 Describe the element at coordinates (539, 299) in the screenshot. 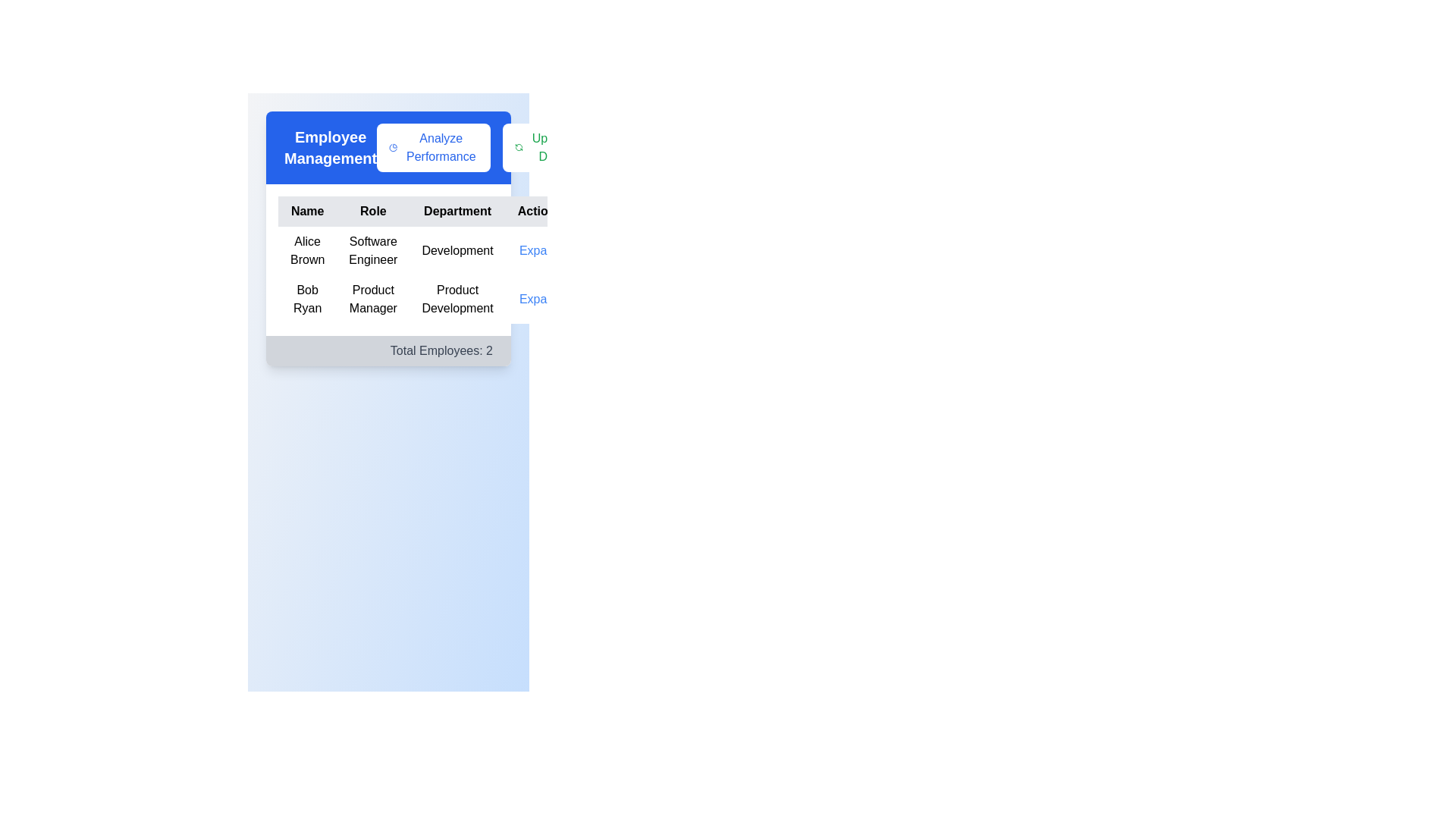

I see `the hyperlink styled text in the 'Action' column related to 'Bob Ryan'` at that location.